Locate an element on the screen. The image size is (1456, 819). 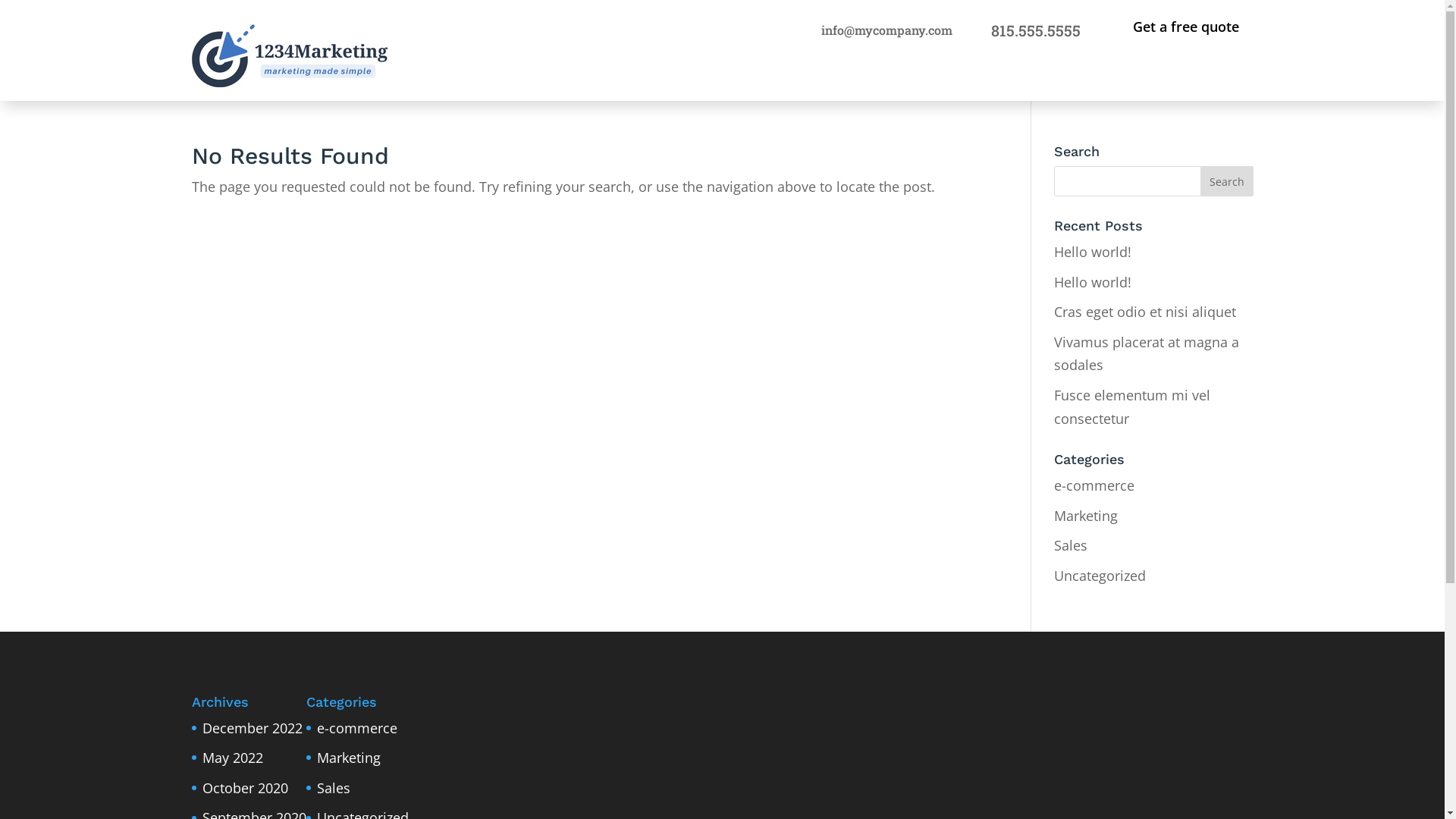
'Get a free quote' is located at coordinates (1119, 27).